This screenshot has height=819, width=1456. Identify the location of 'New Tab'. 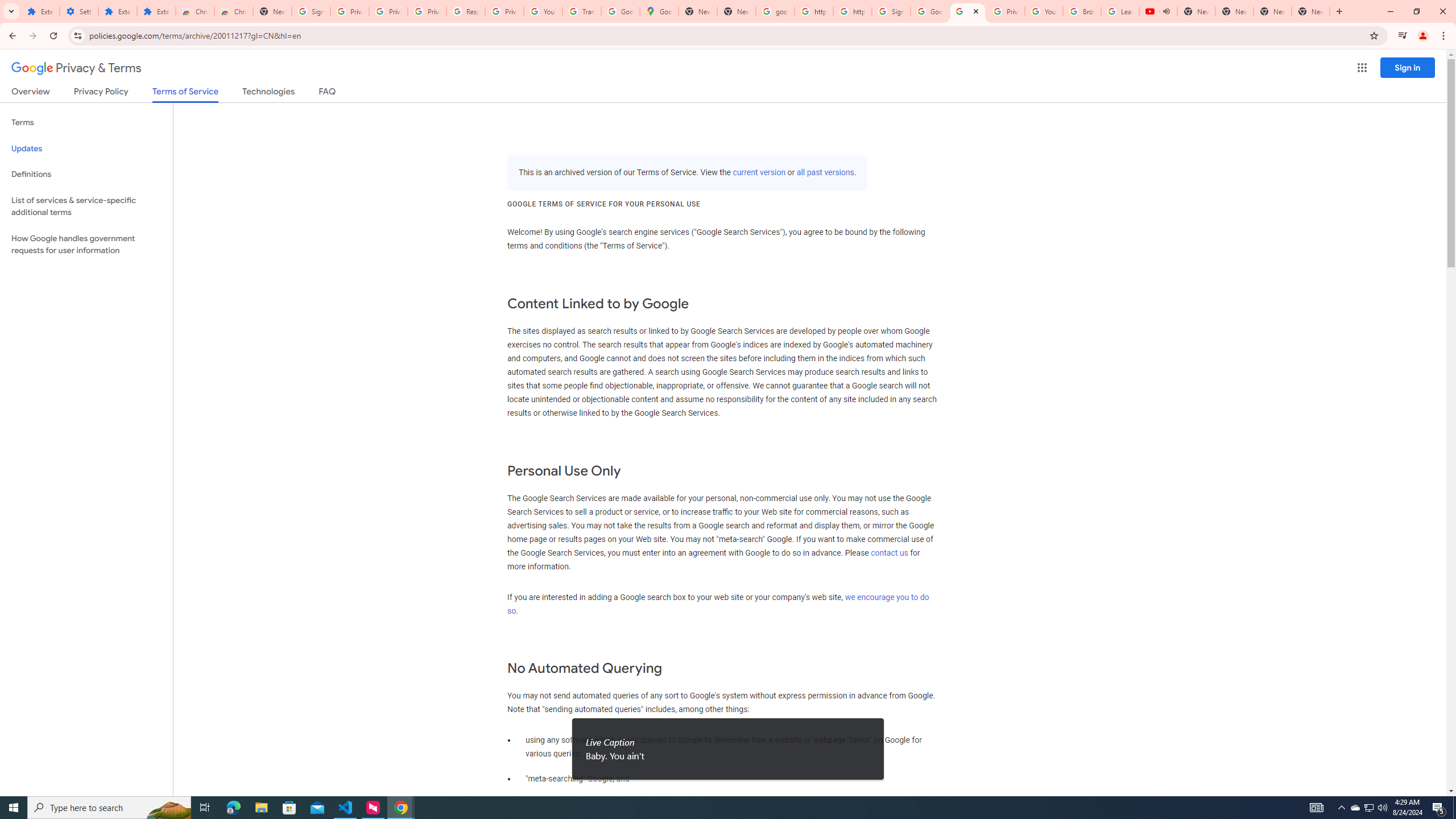
(1310, 11).